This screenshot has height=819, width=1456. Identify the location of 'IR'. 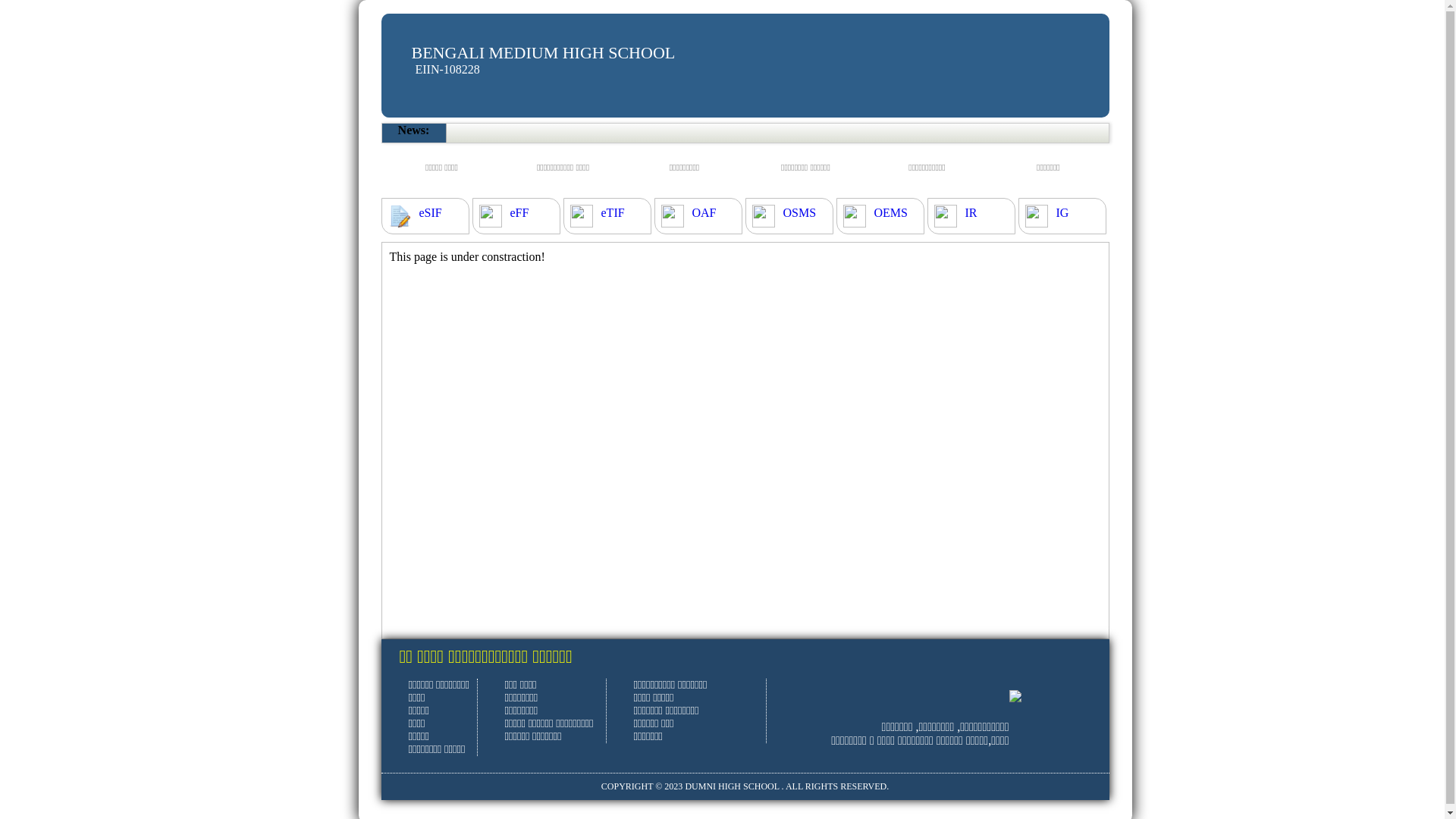
(971, 213).